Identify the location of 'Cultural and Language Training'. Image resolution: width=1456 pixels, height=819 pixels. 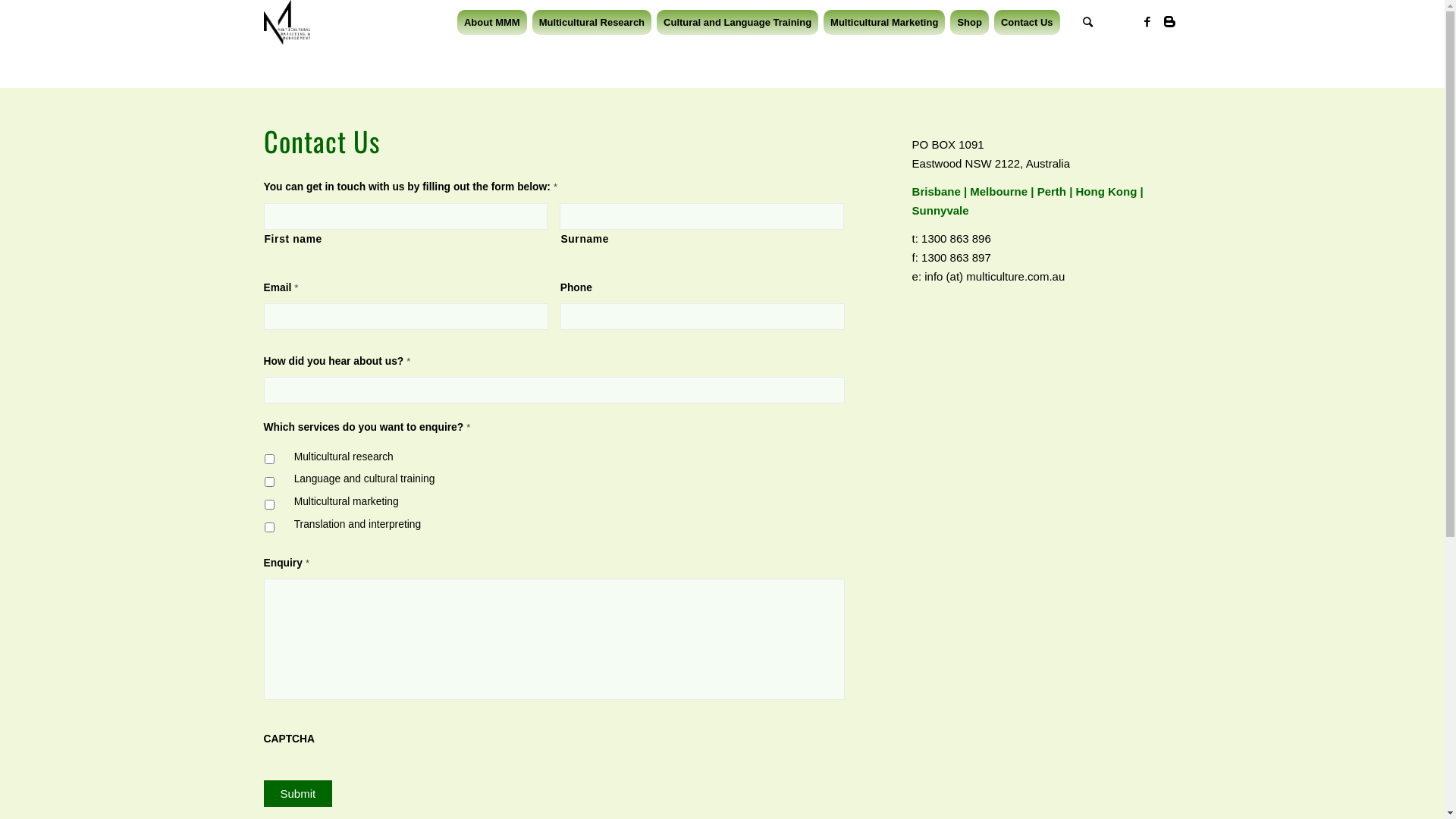
(742, 22).